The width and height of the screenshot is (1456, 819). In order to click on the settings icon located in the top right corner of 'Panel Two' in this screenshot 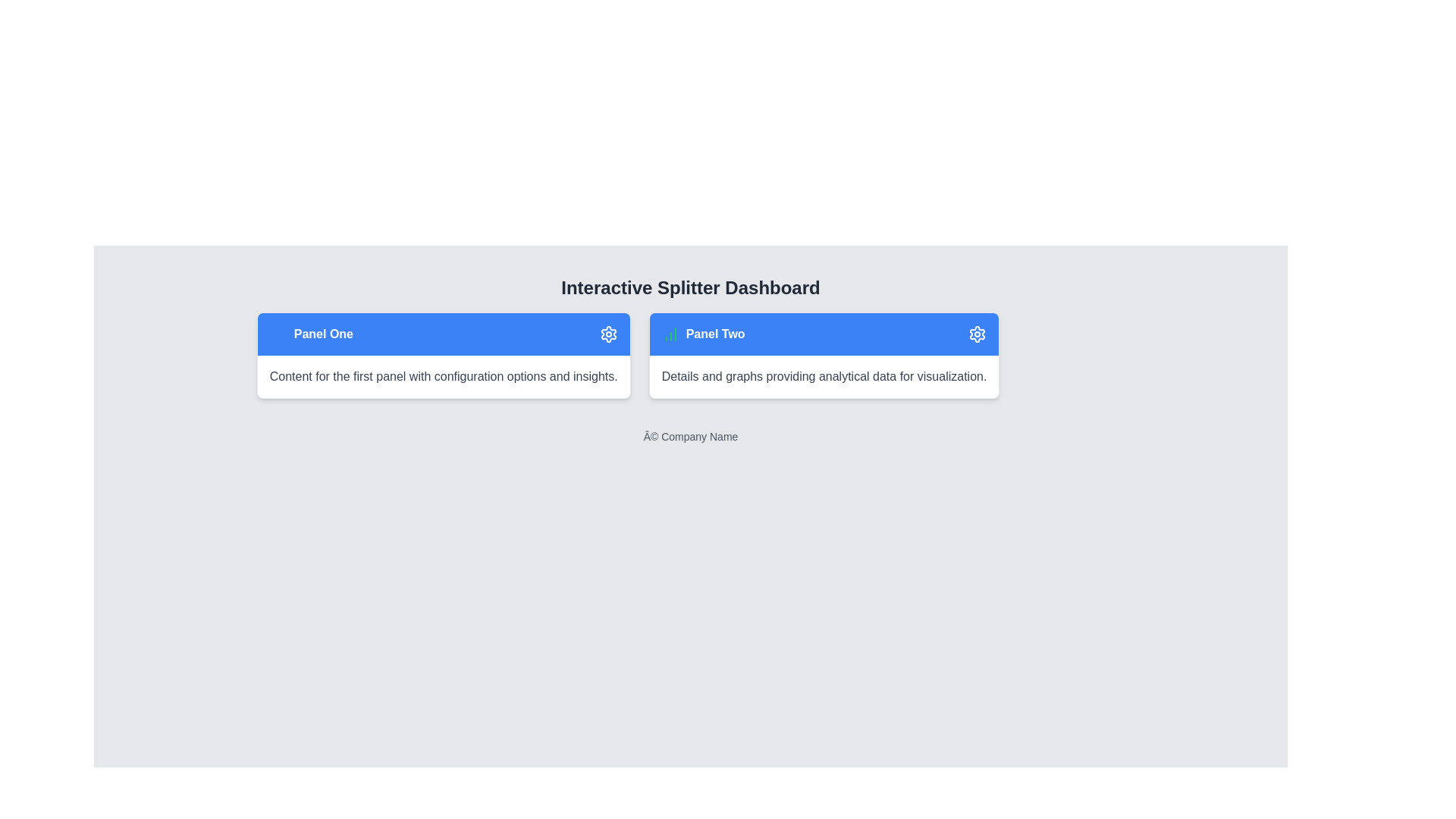, I will do `click(608, 333)`.